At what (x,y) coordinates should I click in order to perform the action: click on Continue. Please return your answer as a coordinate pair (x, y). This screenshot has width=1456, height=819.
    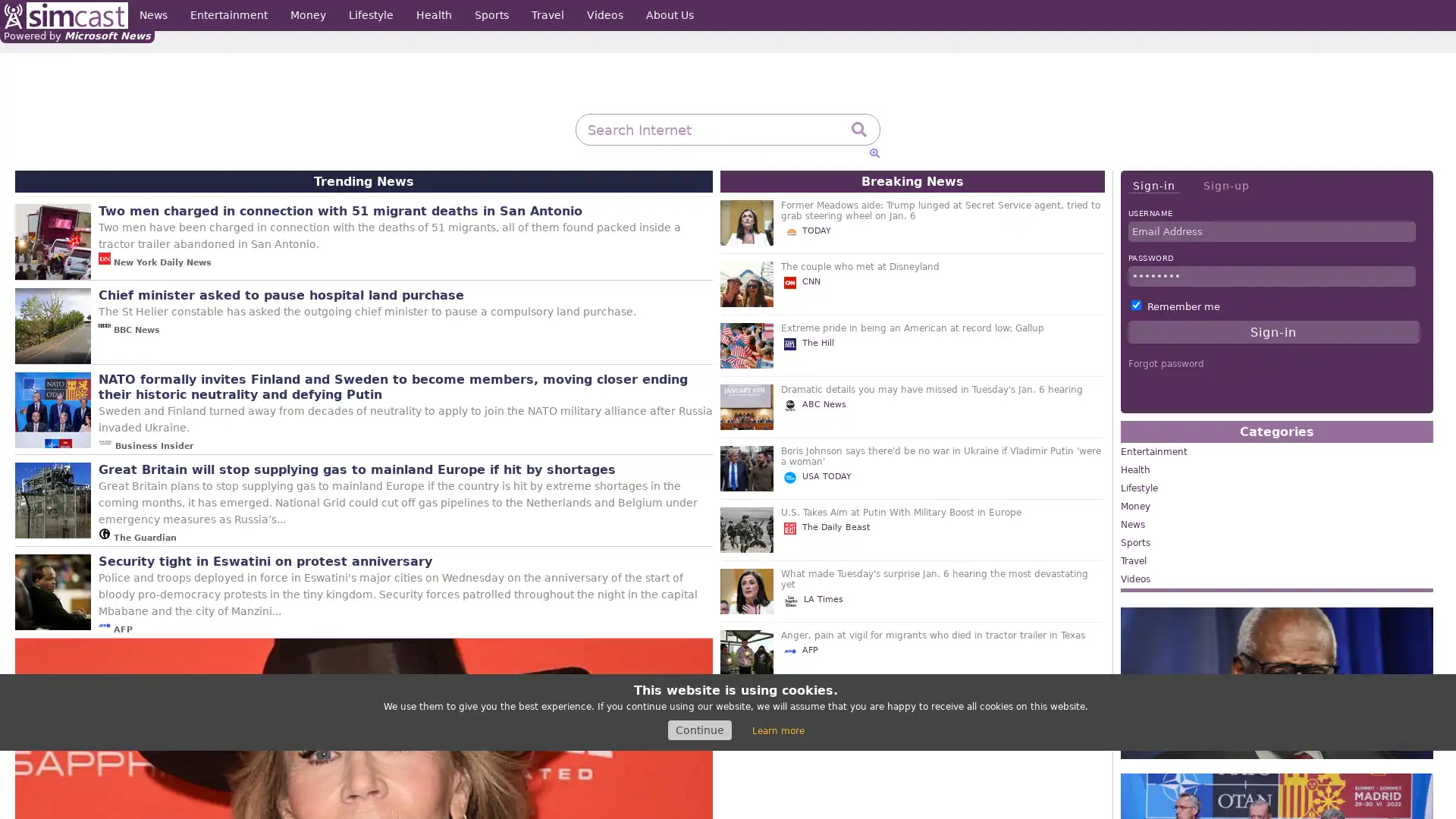
    Looking at the image, I should click on (698, 730).